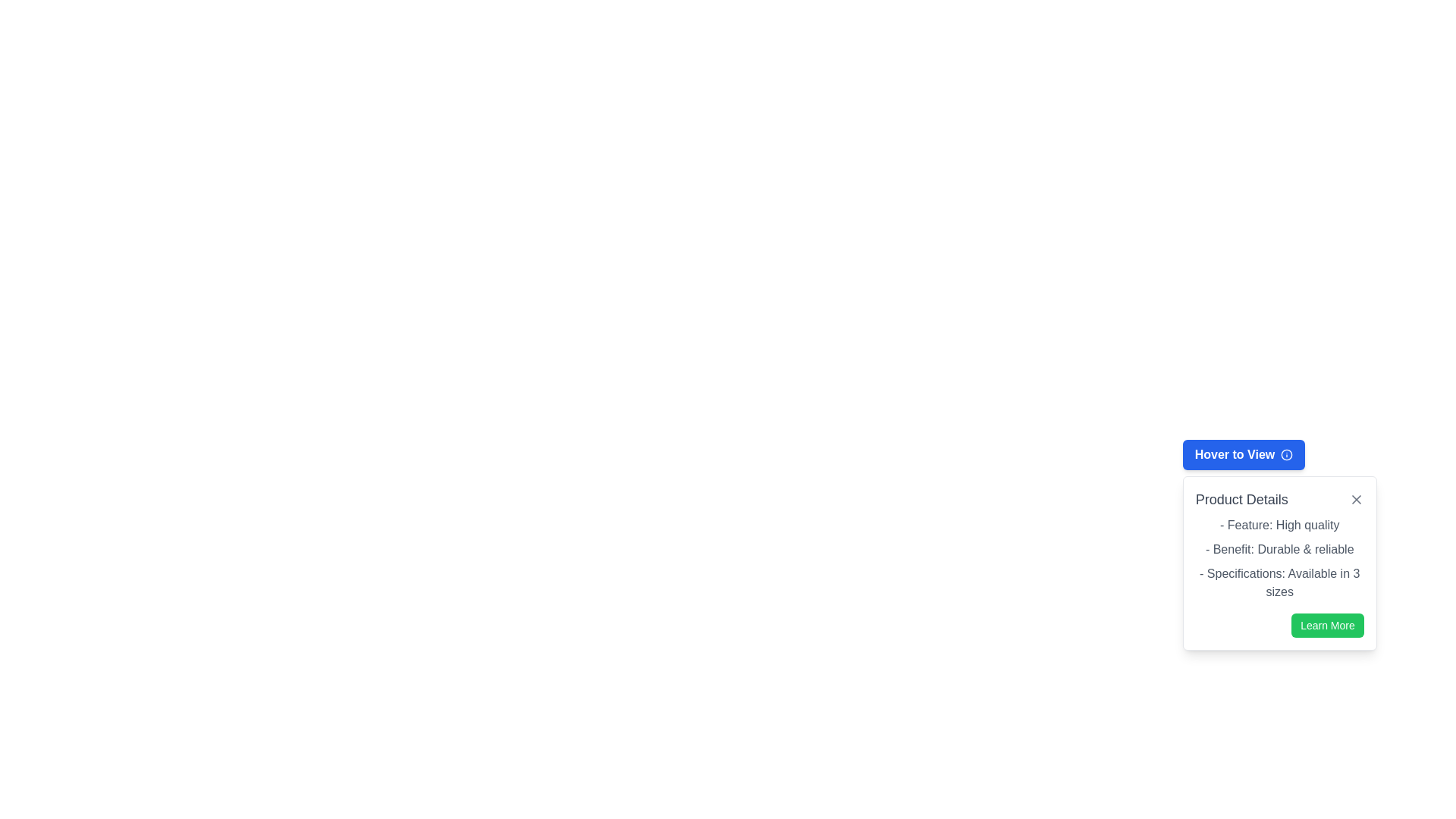  I want to click on the Text element located in the 'Product Details' section, positioned above the 'Learn More' button, so click(1279, 558).